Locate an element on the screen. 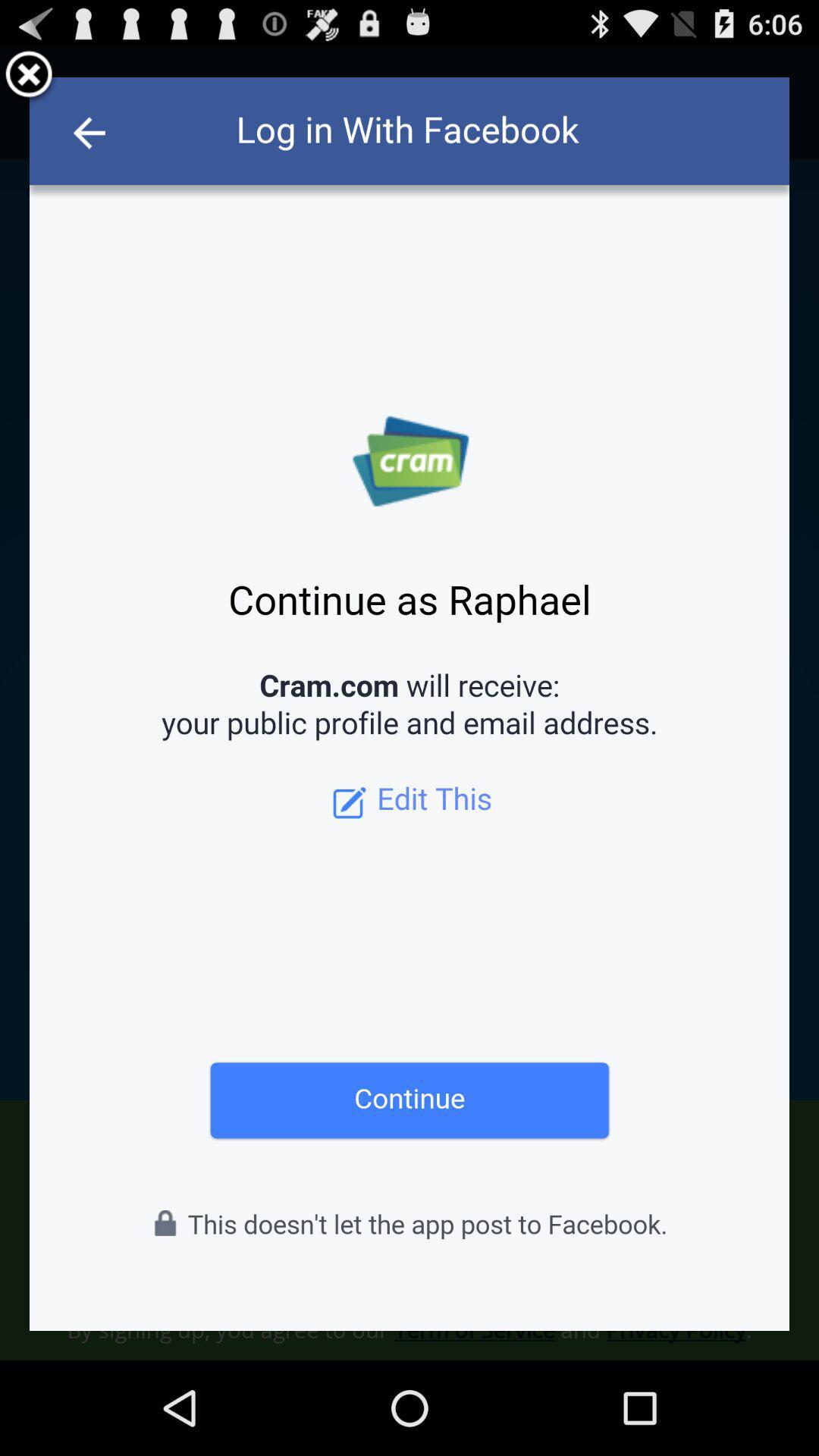 This screenshot has width=819, height=1456. close option is located at coordinates (29, 76).